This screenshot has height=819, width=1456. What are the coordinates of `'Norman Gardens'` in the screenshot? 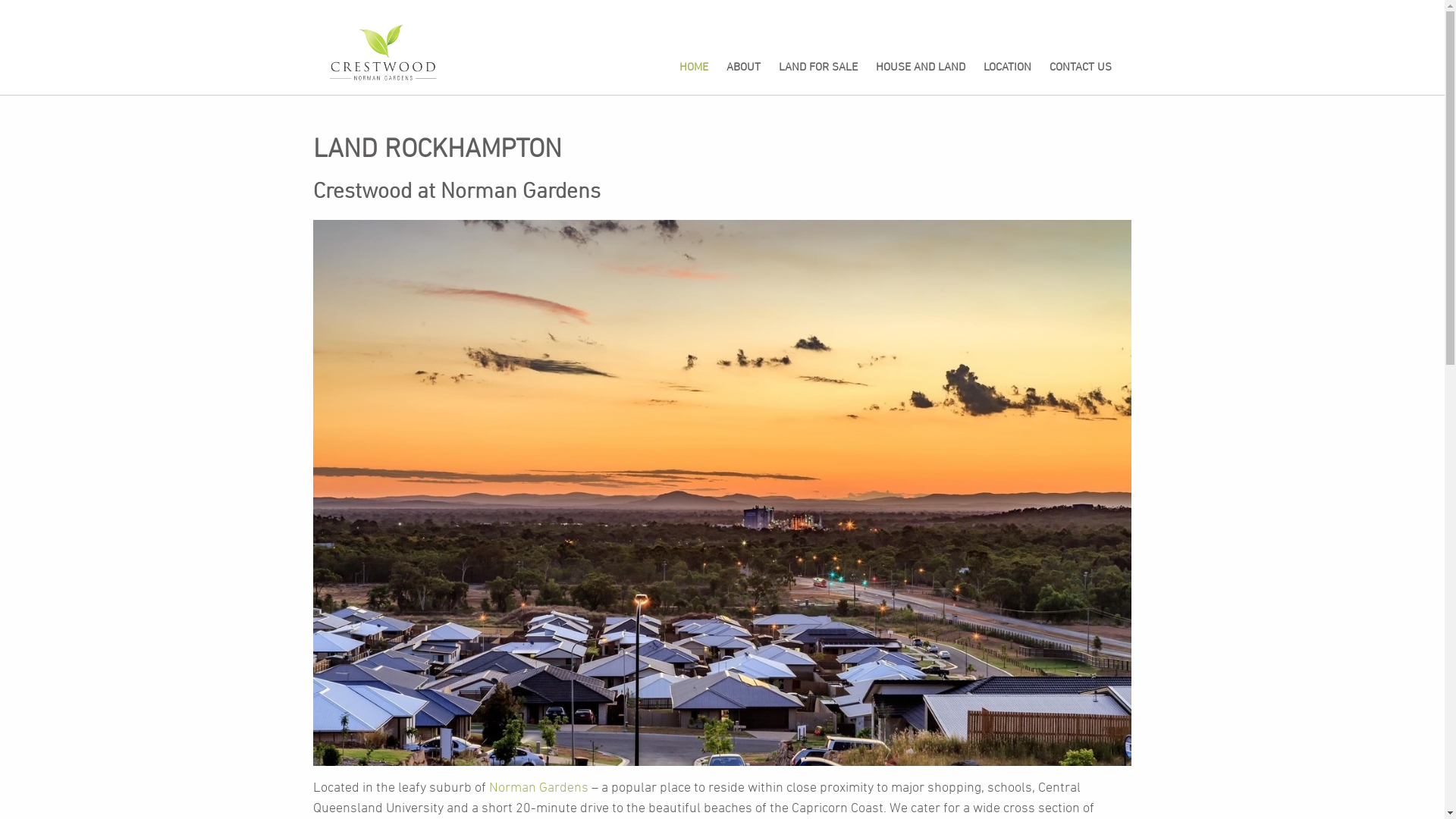 It's located at (538, 787).